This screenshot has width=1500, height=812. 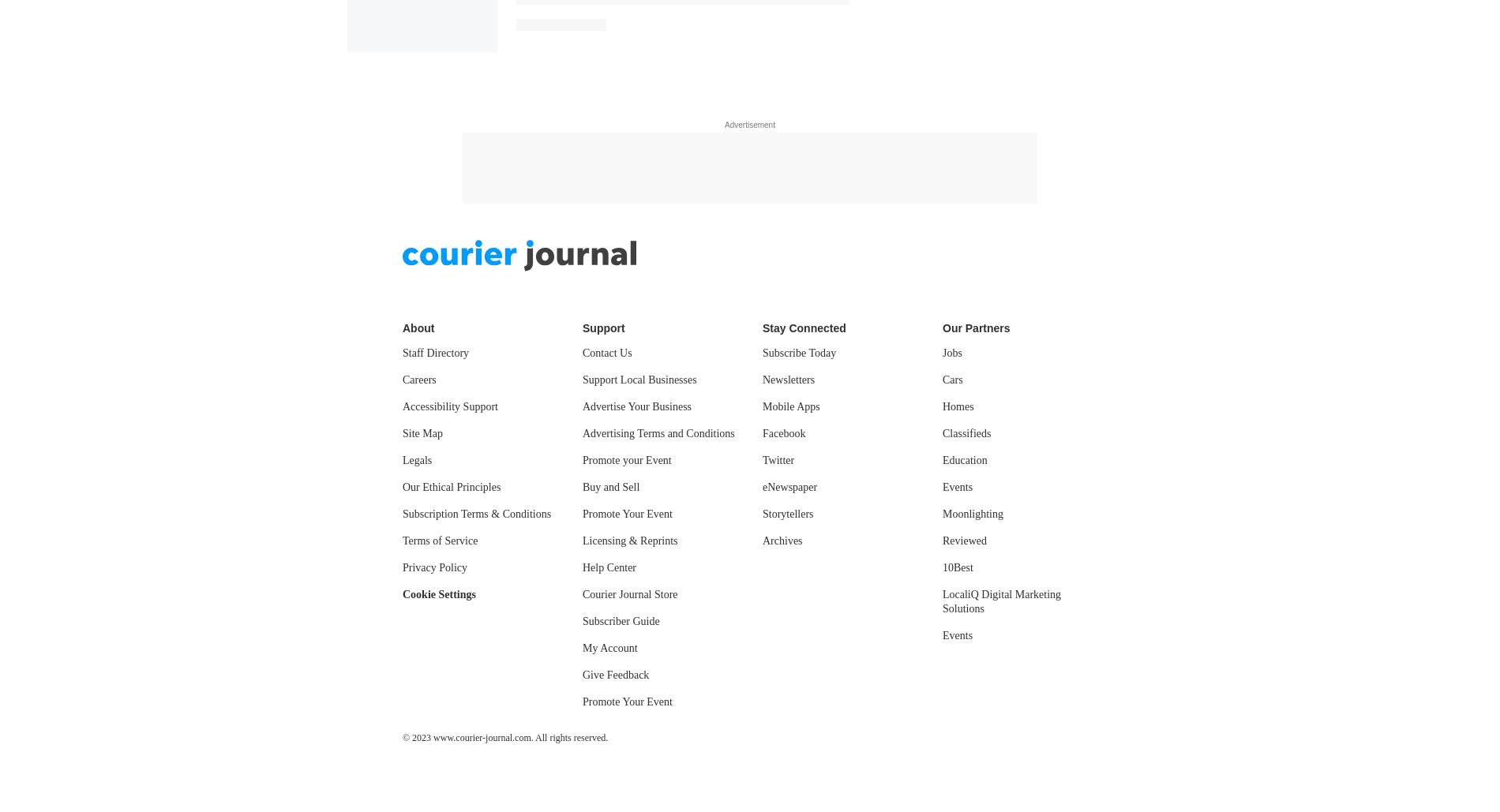 I want to click on 'Archives', so click(x=762, y=98).